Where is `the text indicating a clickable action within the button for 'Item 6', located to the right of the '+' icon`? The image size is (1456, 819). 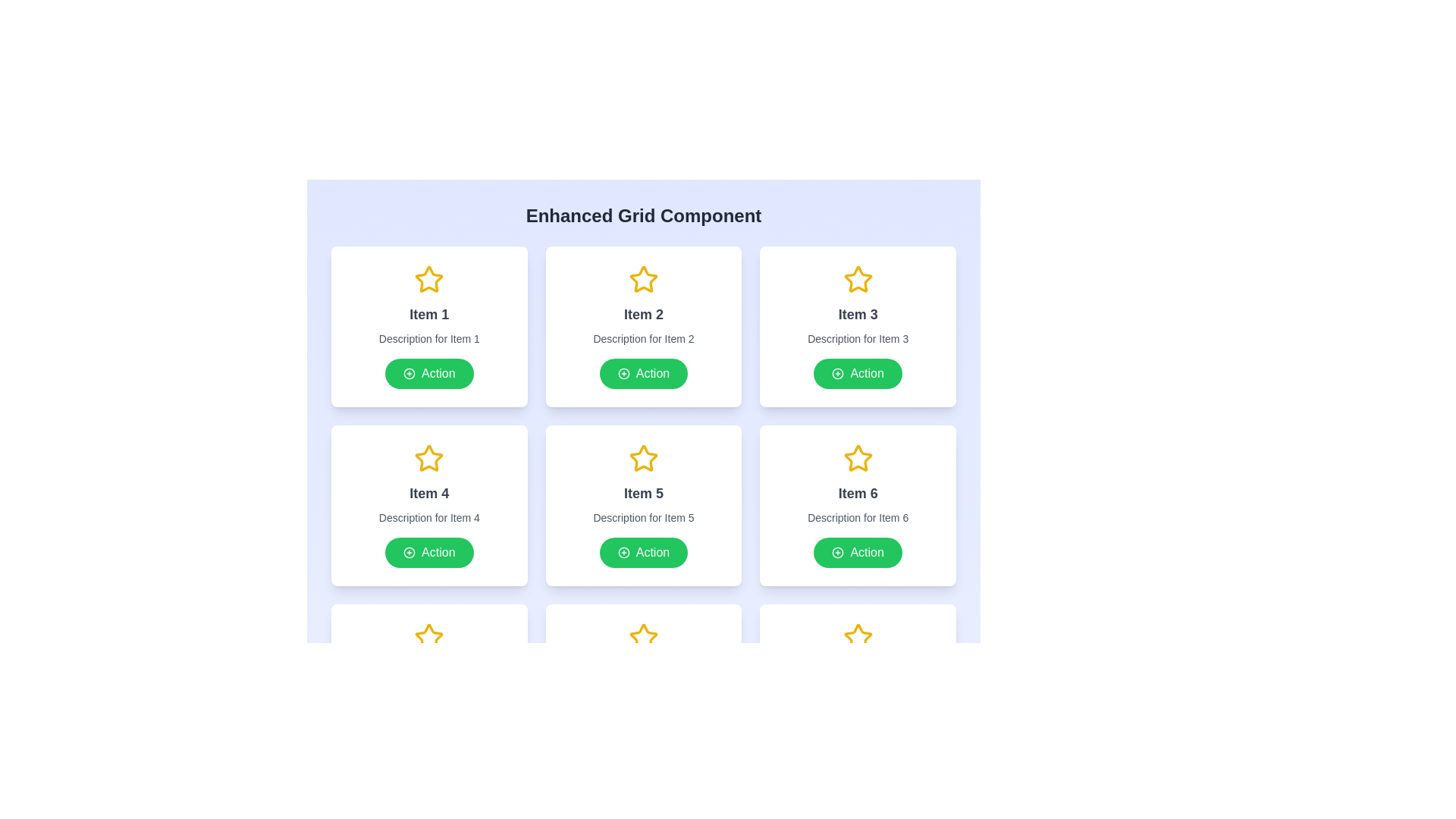 the text indicating a clickable action within the button for 'Item 6', located to the right of the '+' icon is located at coordinates (867, 553).